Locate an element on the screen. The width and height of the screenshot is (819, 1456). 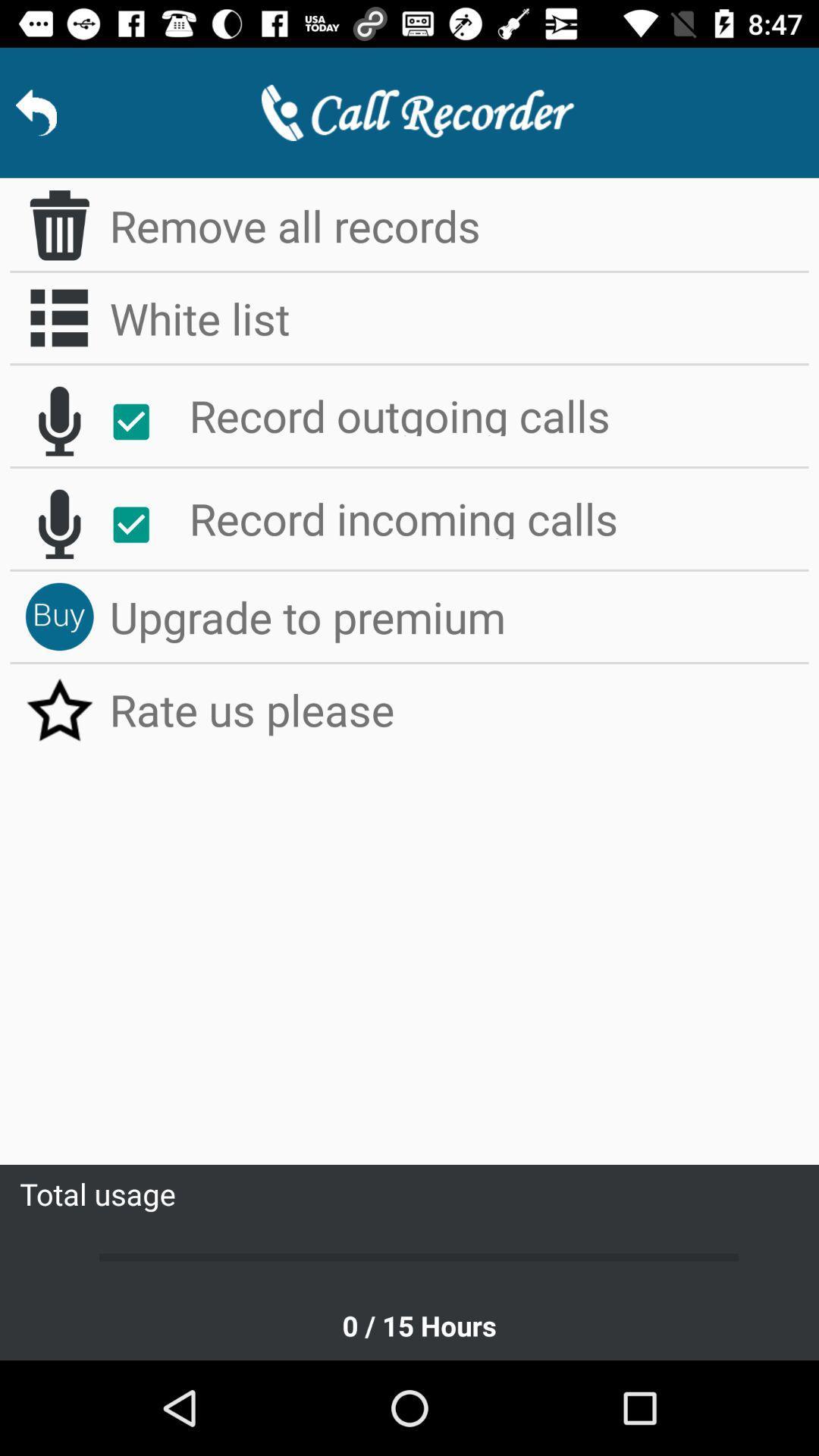
whitelist is located at coordinates (58, 317).